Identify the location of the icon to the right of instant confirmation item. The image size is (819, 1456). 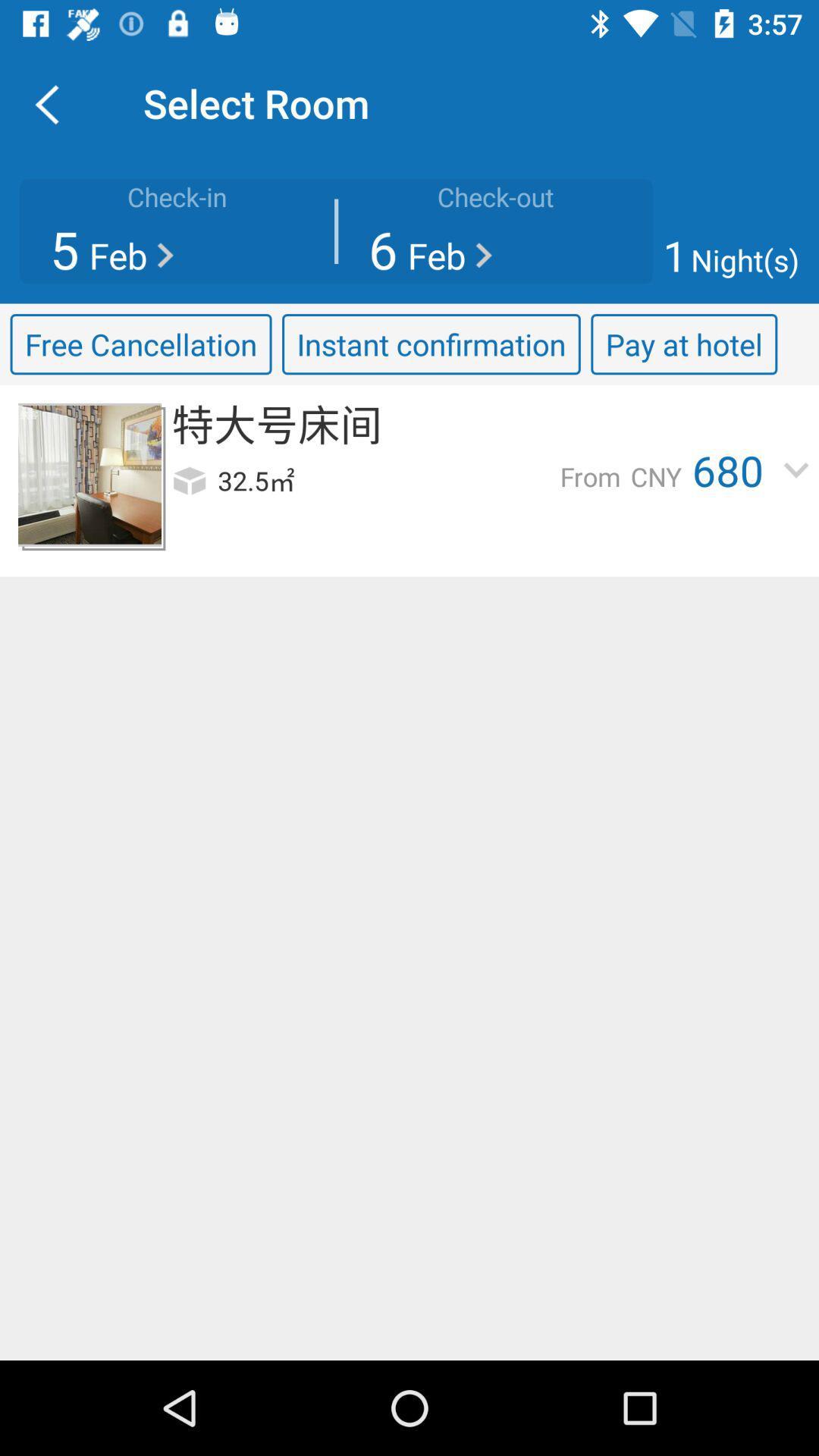
(684, 344).